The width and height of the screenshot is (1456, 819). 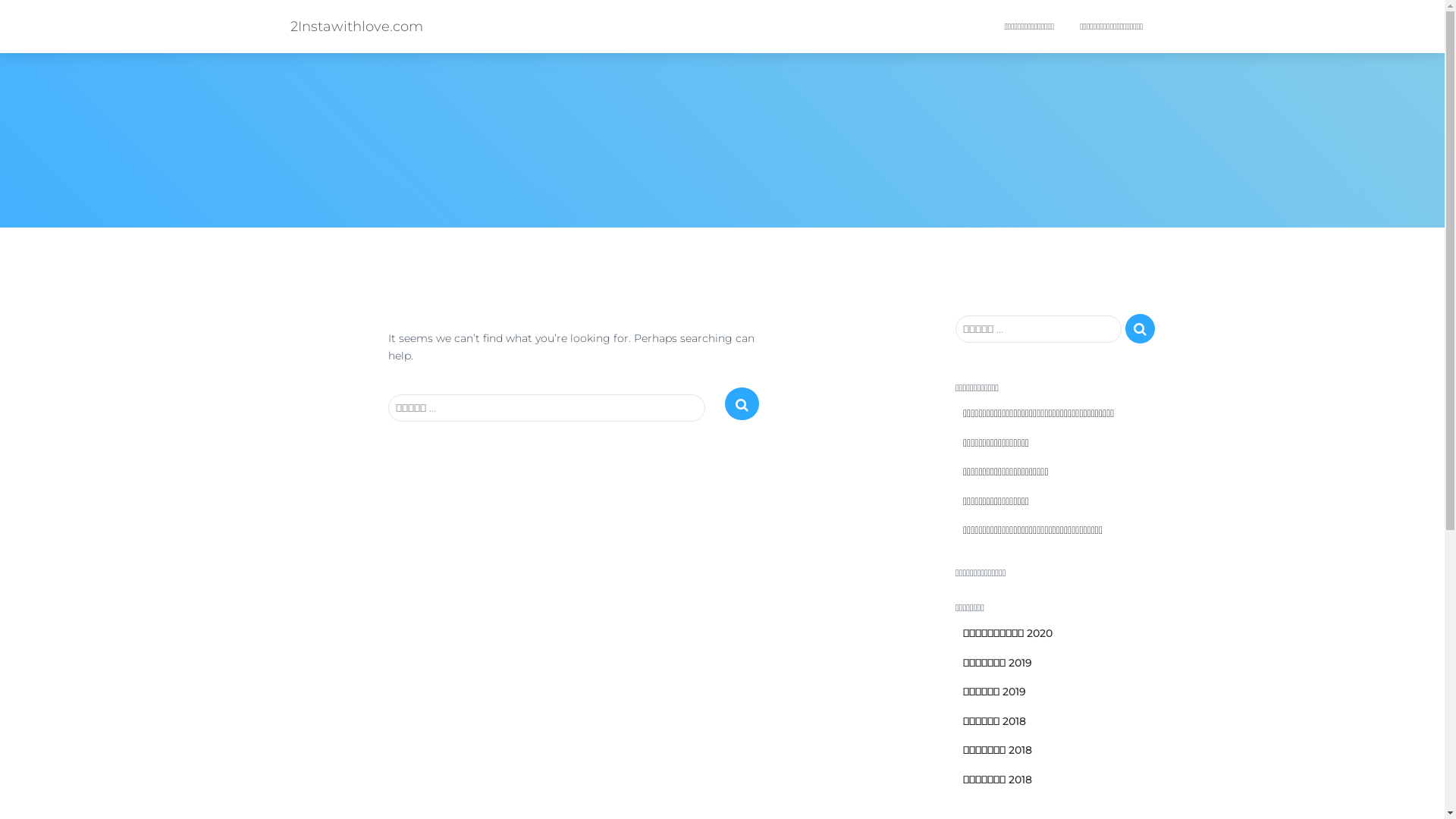 I want to click on '2Instawithlove.com', so click(x=355, y=26).